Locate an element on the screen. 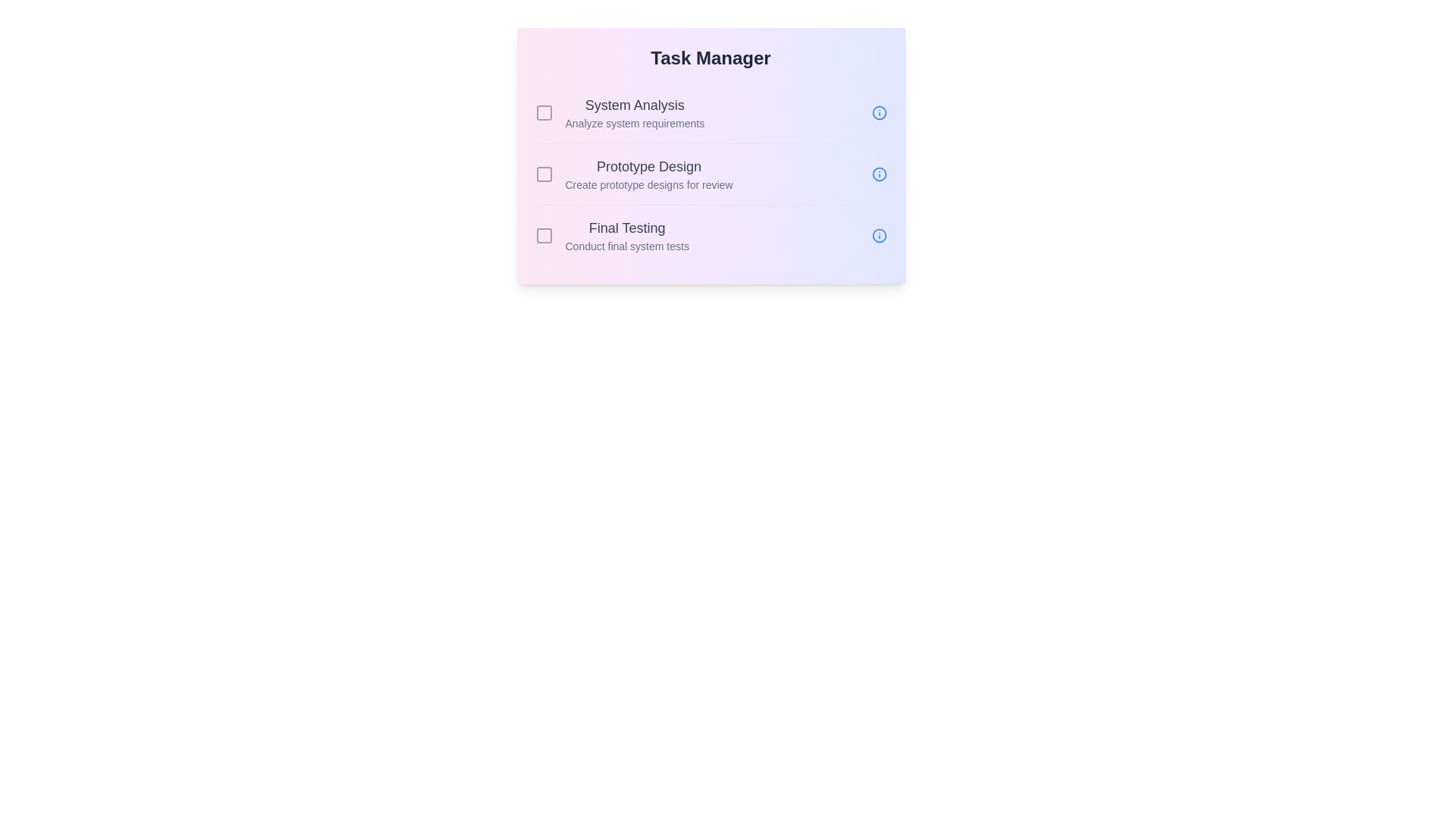  the task with ID 3 is located at coordinates (544, 236).